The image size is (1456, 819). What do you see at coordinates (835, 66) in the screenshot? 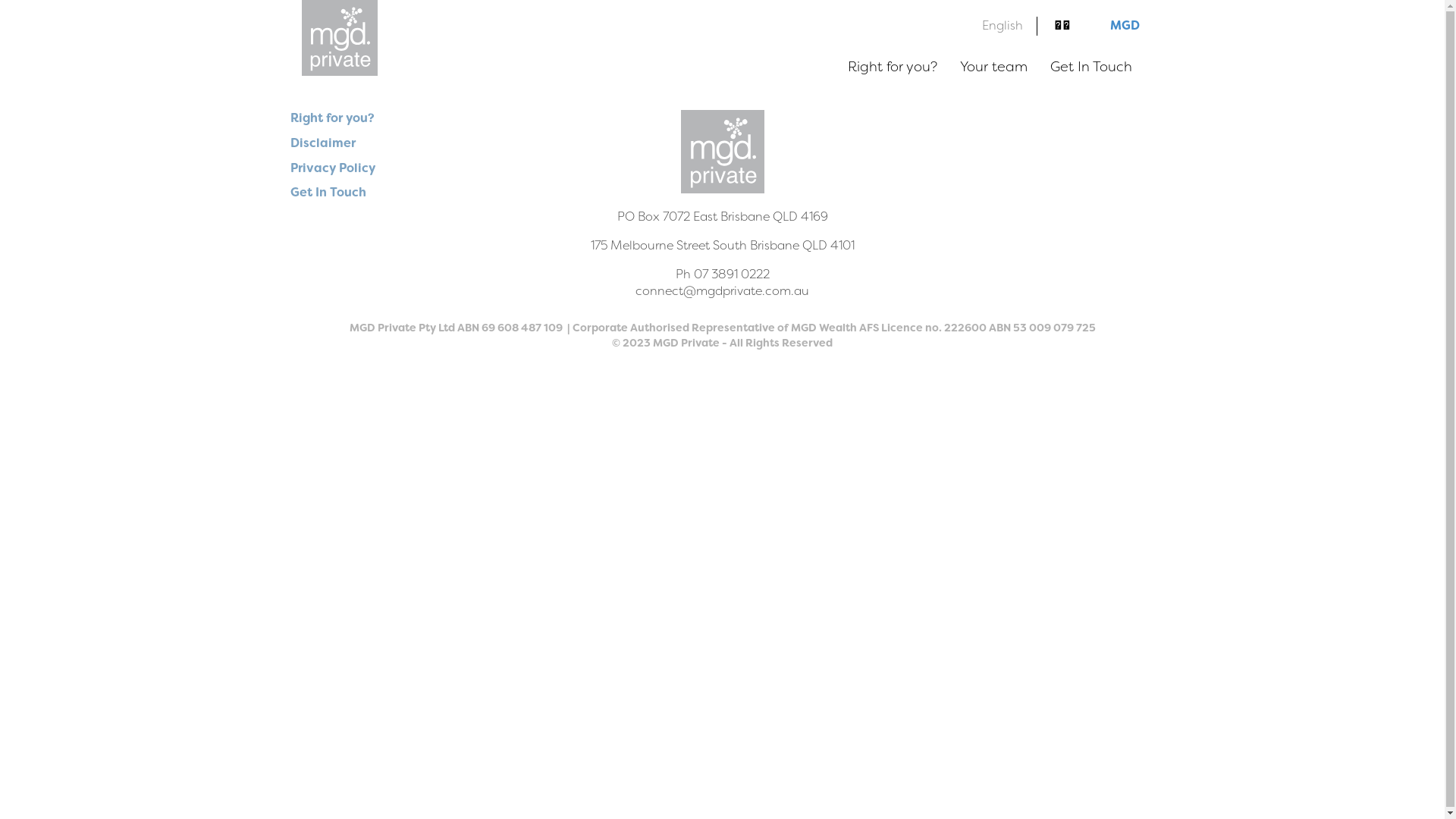
I see `'Right for you?'` at bounding box center [835, 66].